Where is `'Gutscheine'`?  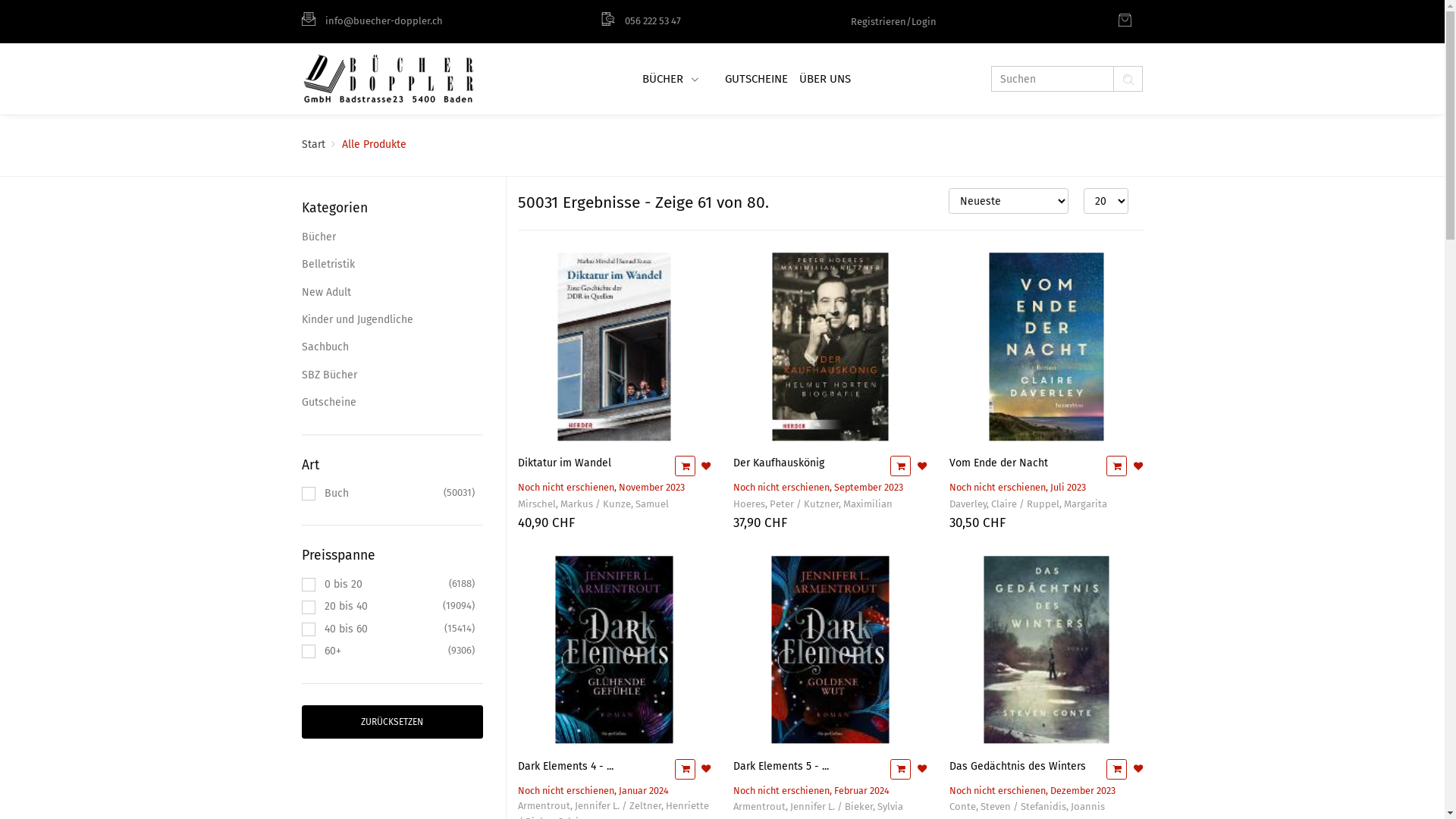
'Gutscheine' is located at coordinates (392, 402).